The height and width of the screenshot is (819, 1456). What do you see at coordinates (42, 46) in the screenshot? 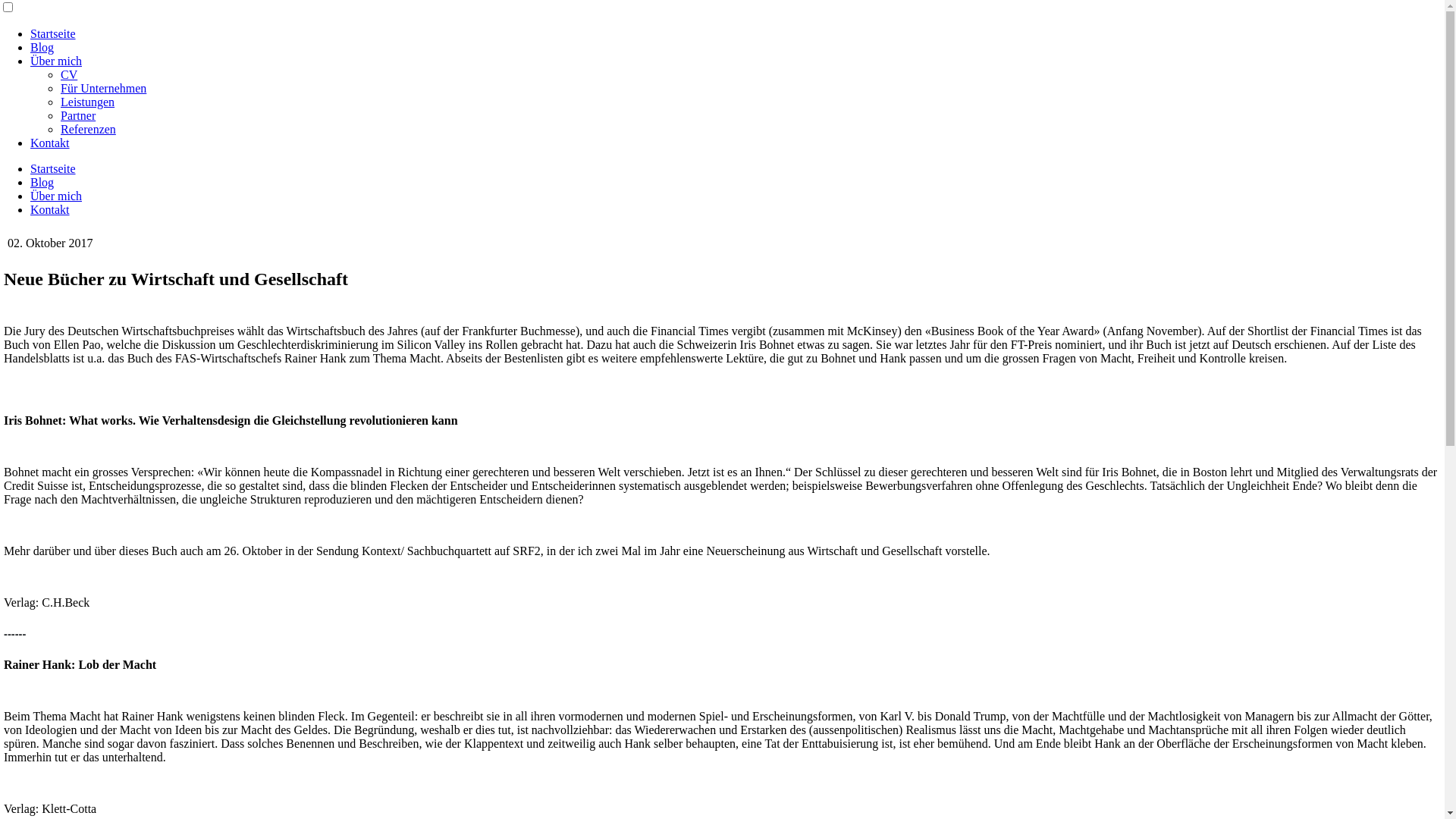
I see `'Blog'` at bounding box center [42, 46].